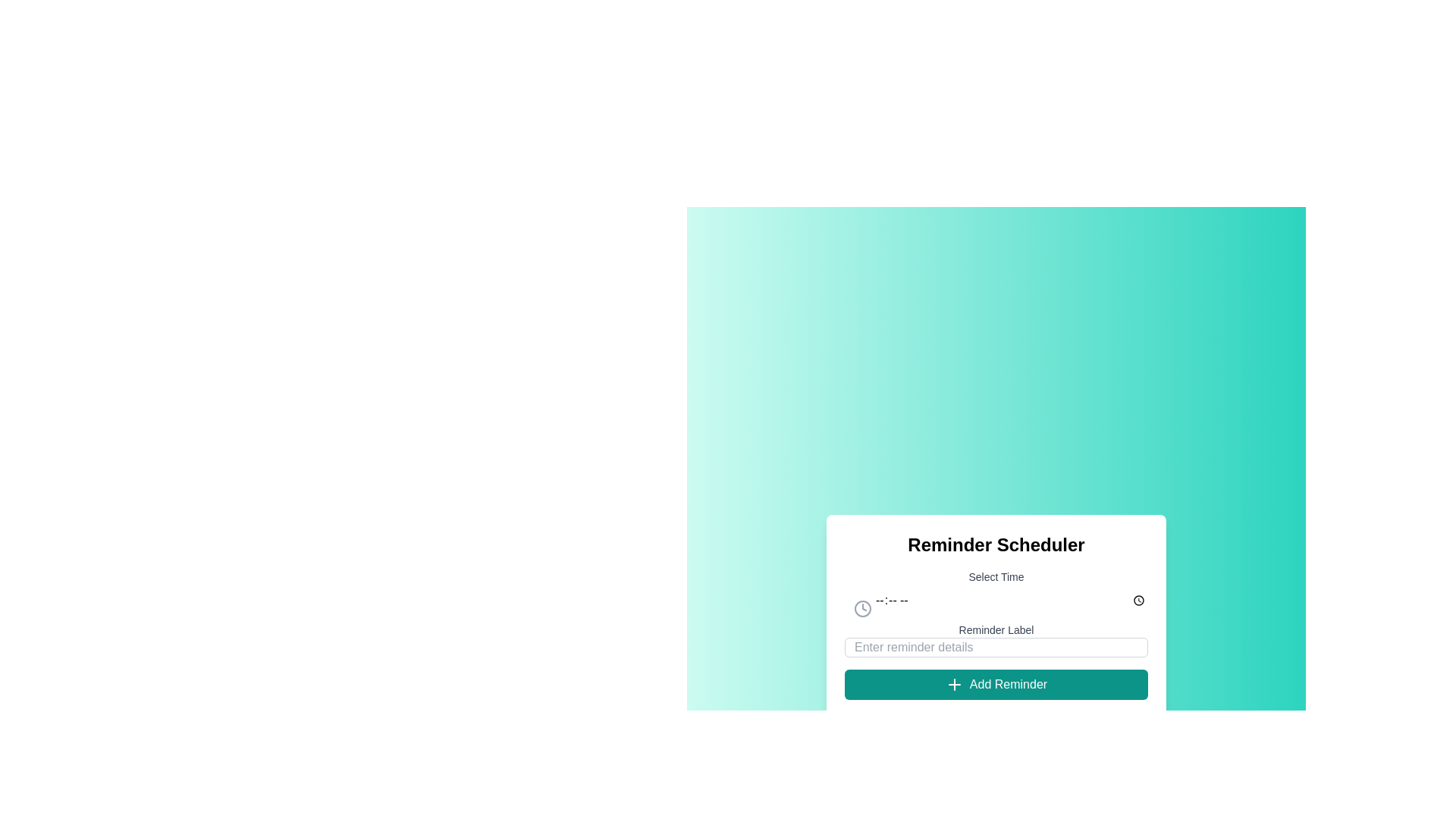  I want to click on the 'Reminder Label' text element which displays 'Reminder Label' in gray, located above the input field within the 'Reminder Scheduler' section, so click(996, 629).